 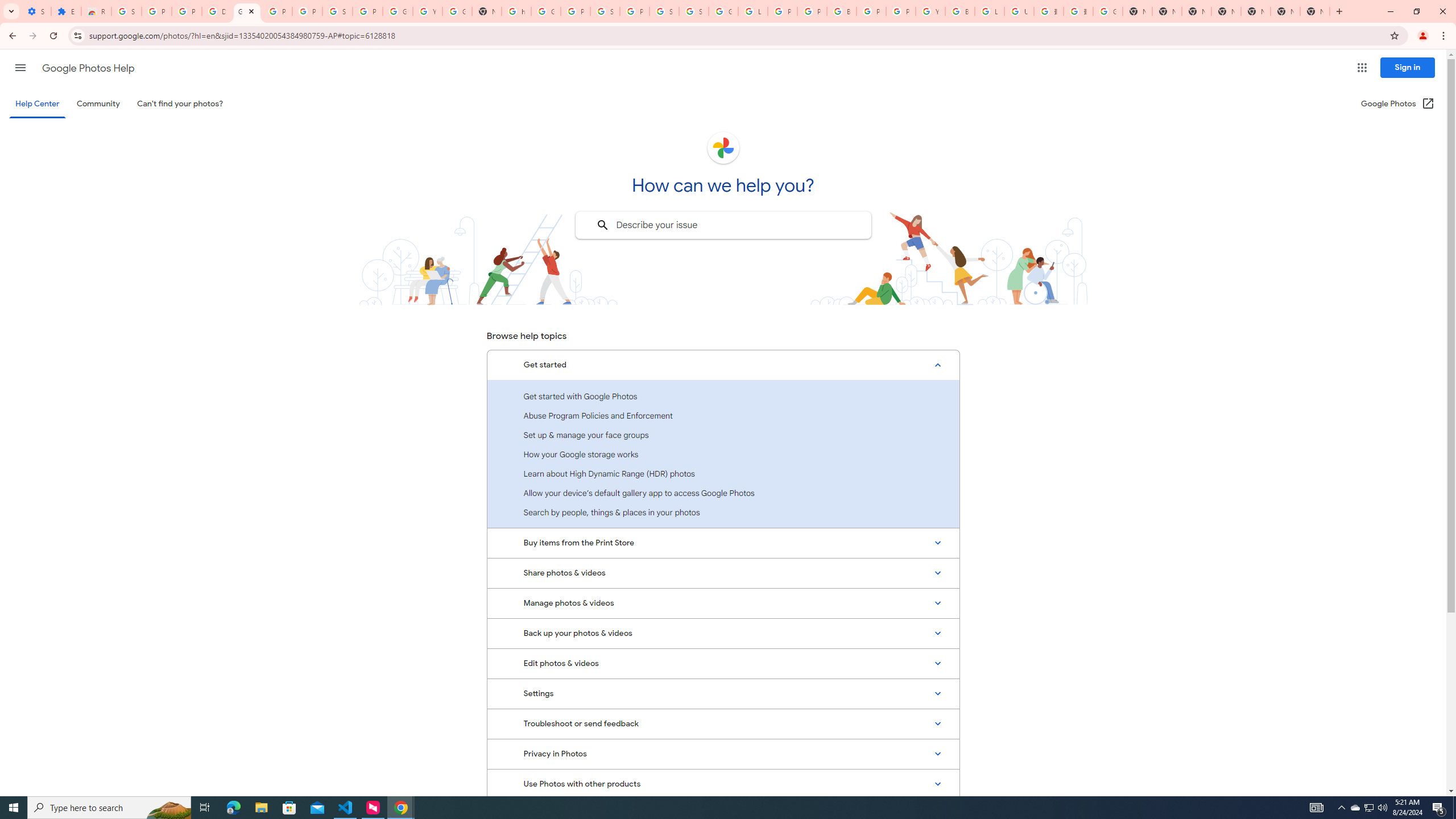 What do you see at coordinates (723, 512) in the screenshot?
I see `'Search by people, things & places in your photos'` at bounding box center [723, 512].